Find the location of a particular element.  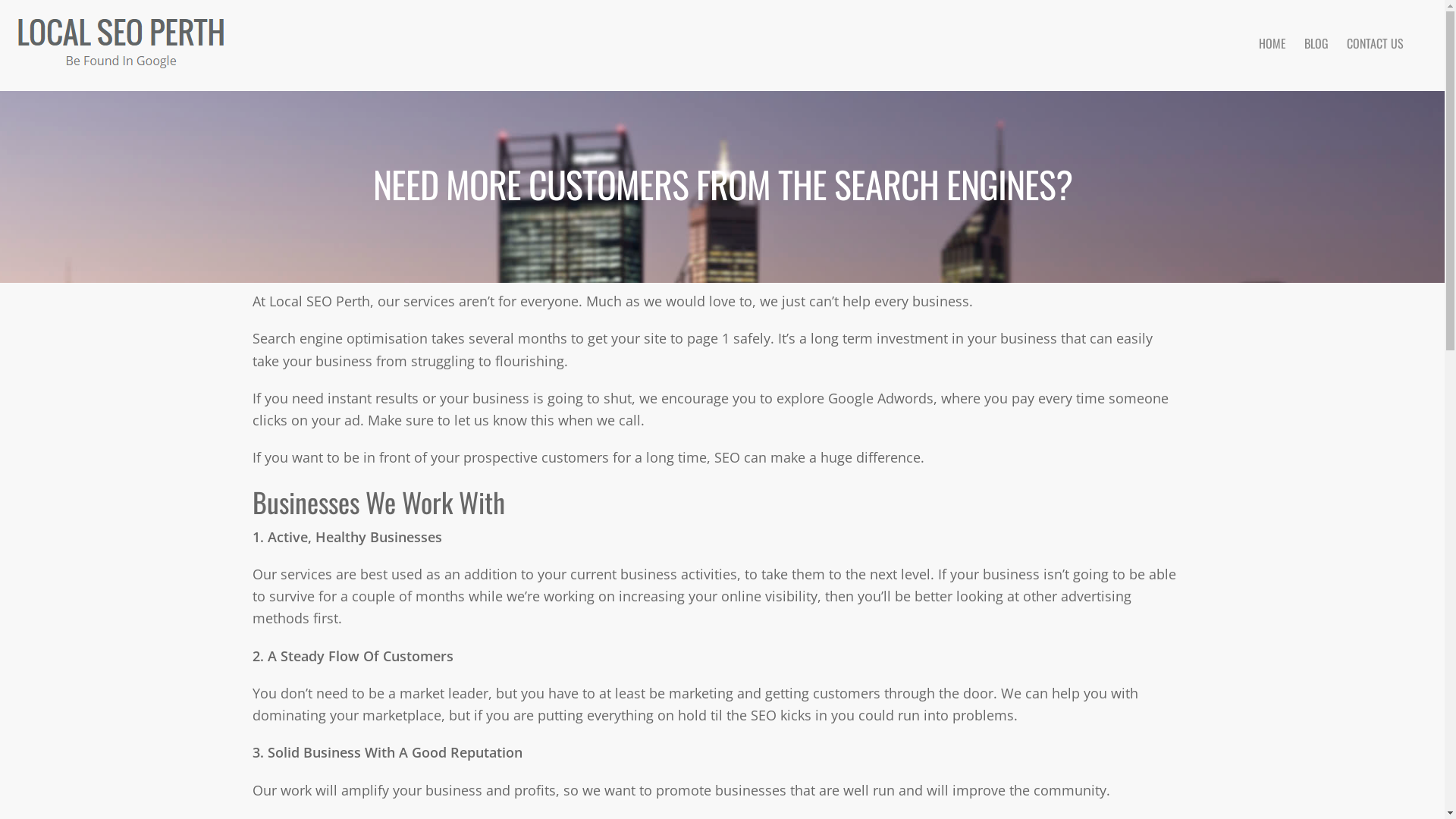

'BLOG' is located at coordinates (1295, 42).